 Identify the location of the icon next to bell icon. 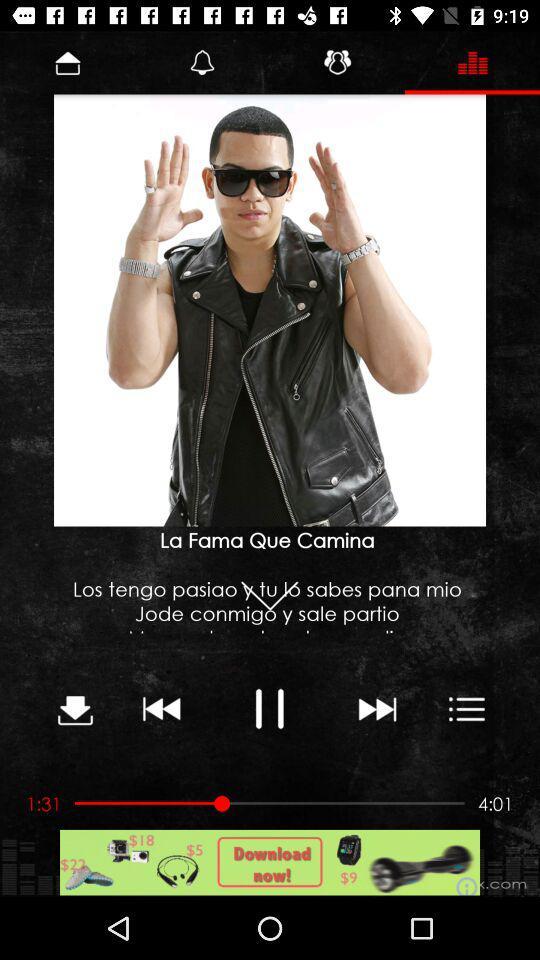
(337, 62).